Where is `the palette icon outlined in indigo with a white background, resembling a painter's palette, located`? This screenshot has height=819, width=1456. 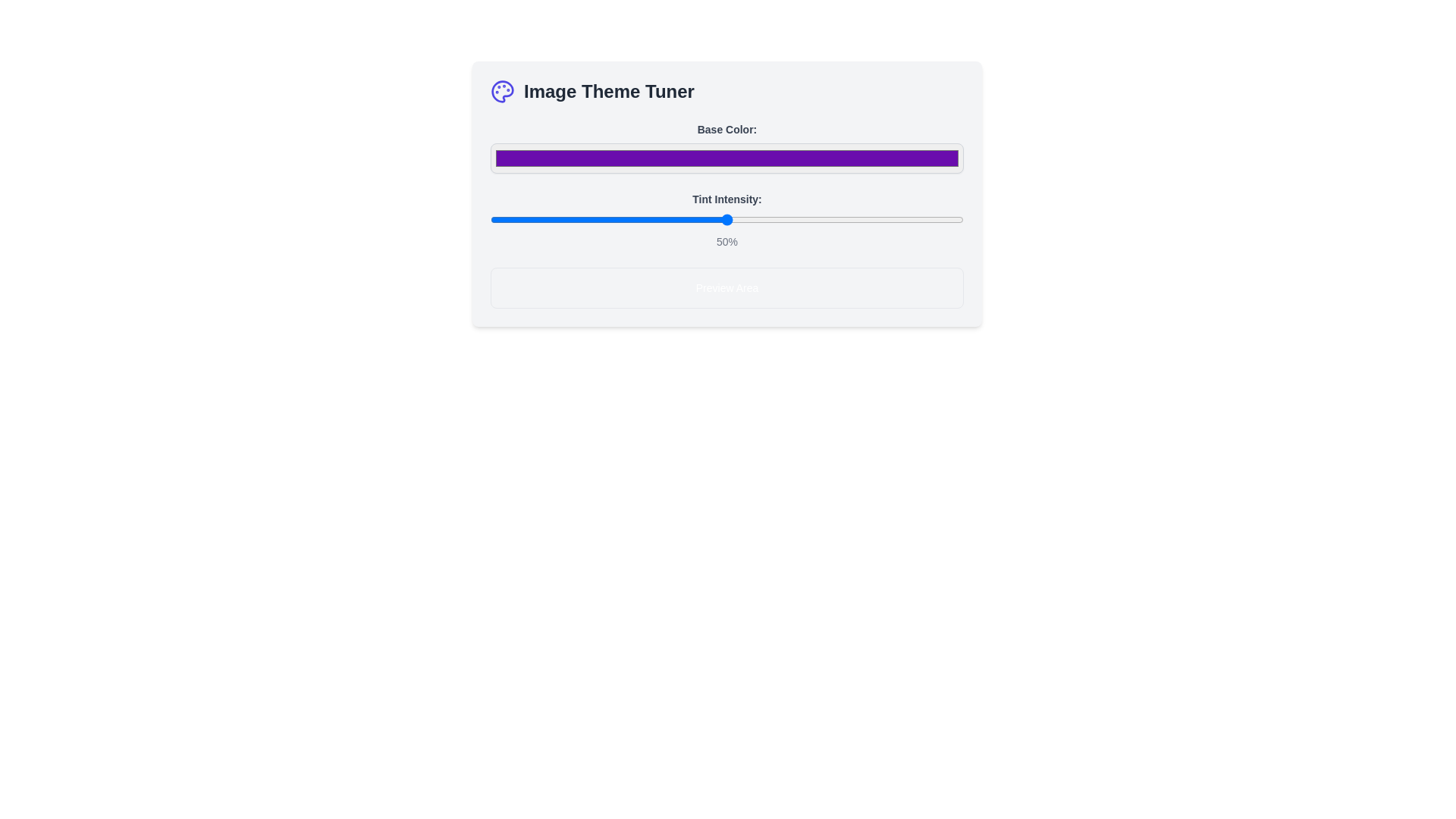
the palette icon outlined in indigo with a white background, resembling a painter's palette, located is located at coordinates (502, 91).